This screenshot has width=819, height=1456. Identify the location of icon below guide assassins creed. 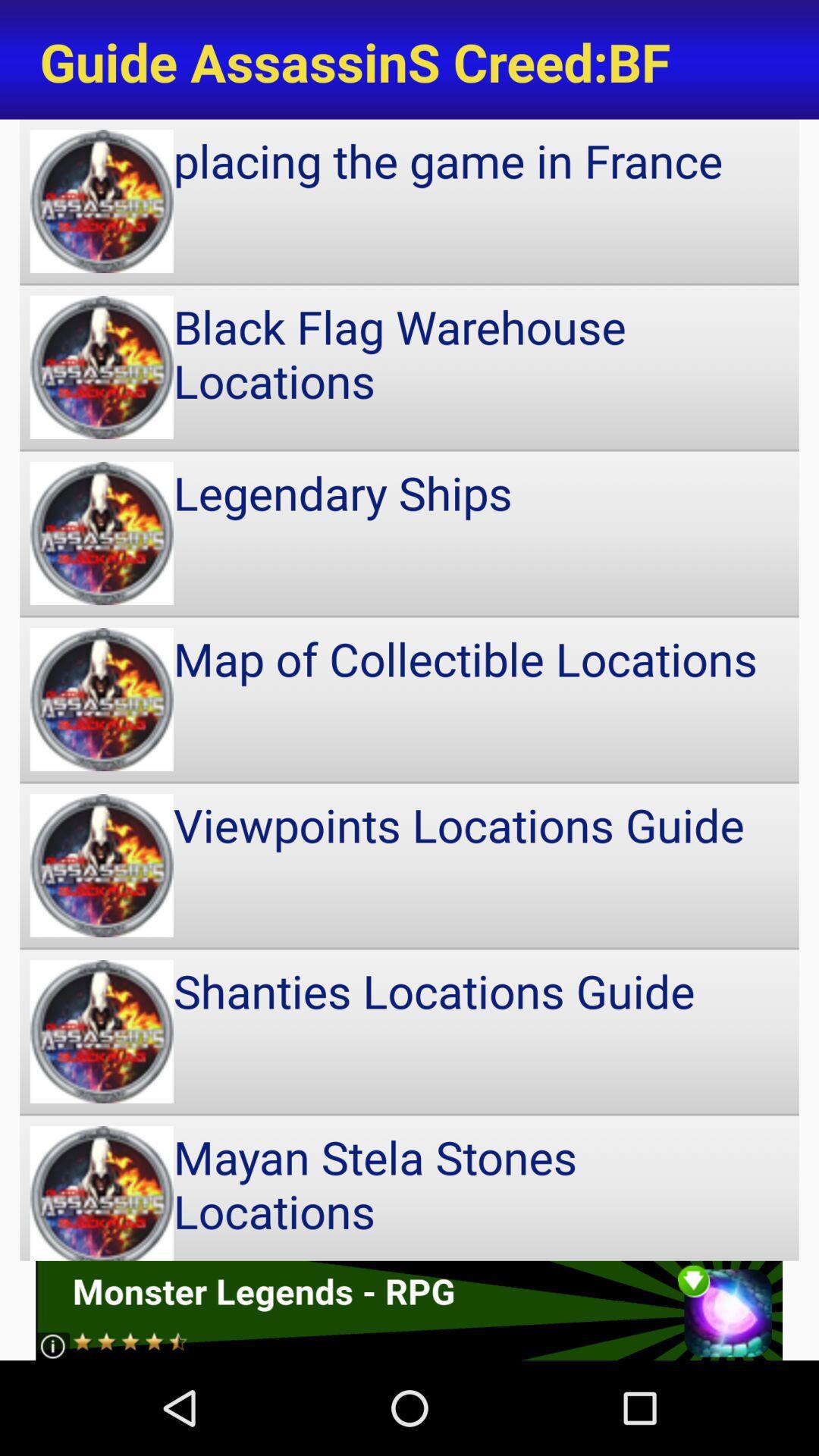
(409, 200).